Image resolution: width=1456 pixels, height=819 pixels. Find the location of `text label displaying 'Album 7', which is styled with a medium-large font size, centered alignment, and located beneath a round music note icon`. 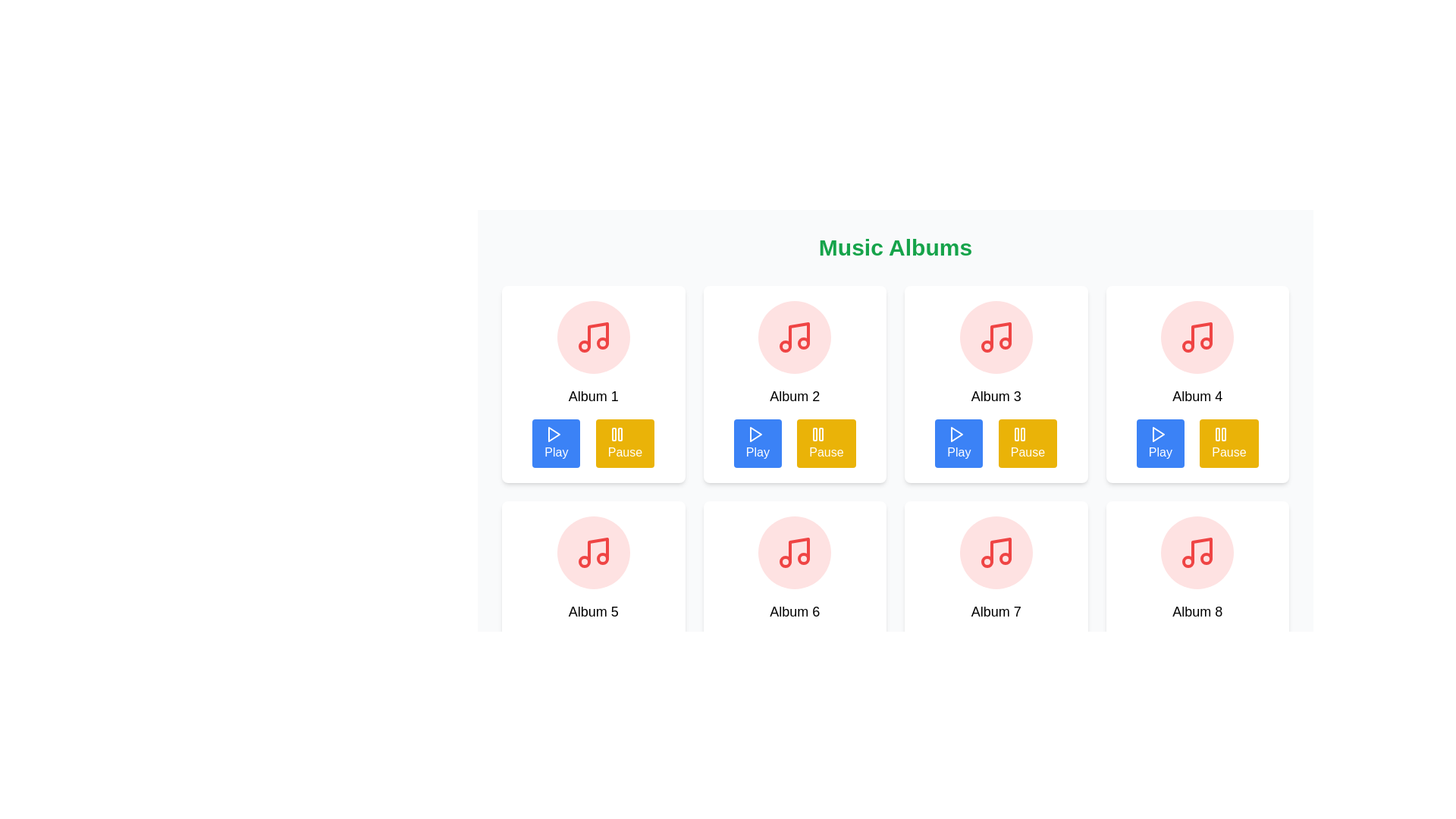

text label displaying 'Album 7', which is styled with a medium-large font size, centered alignment, and located beneath a round music note icon is located at coordinates (996, 610).